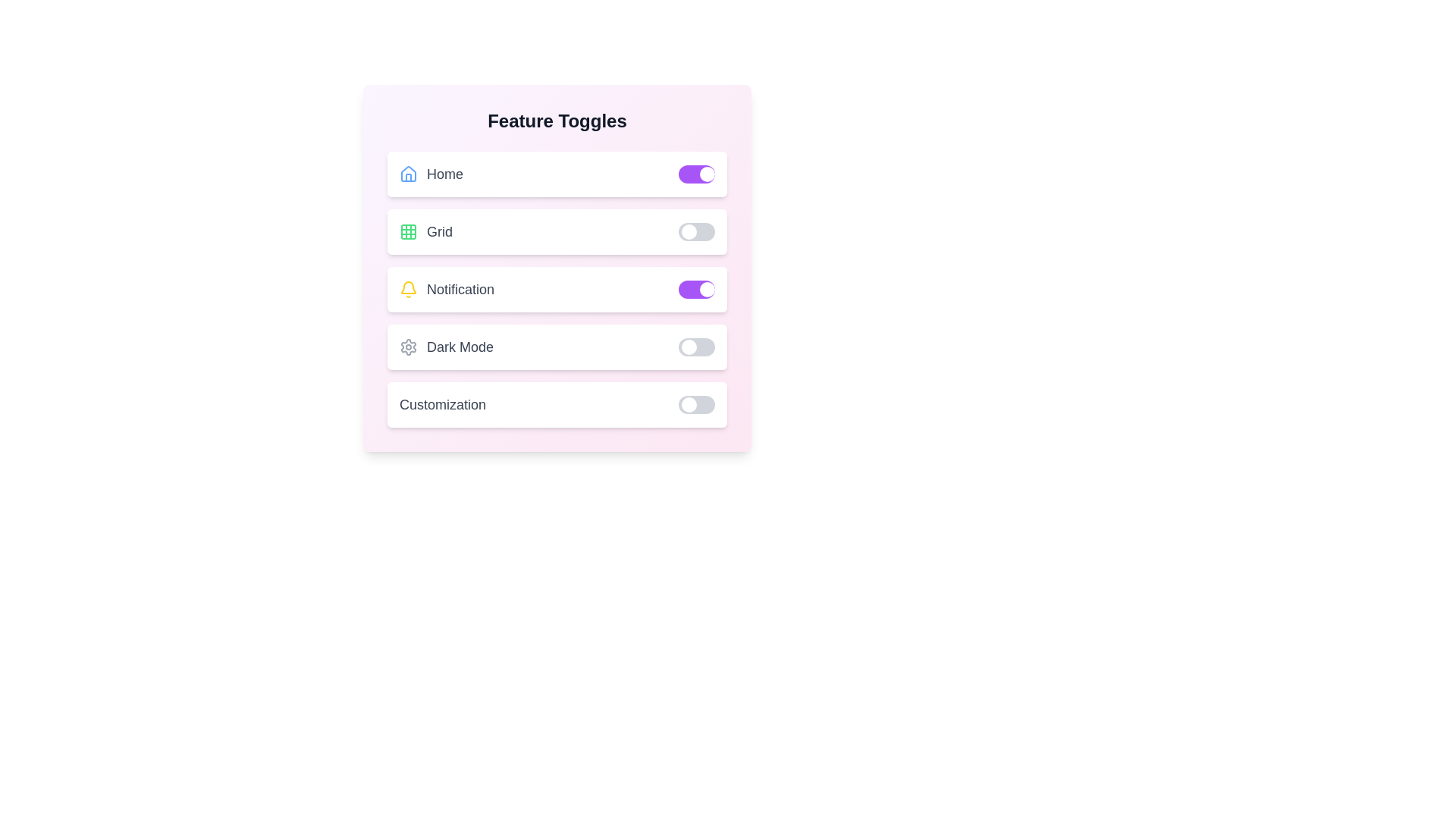  I want to click on the yellow bell icon representing notifications, located to the far left of the 'Notification' row in the feature toggles section, so click(408, 289).